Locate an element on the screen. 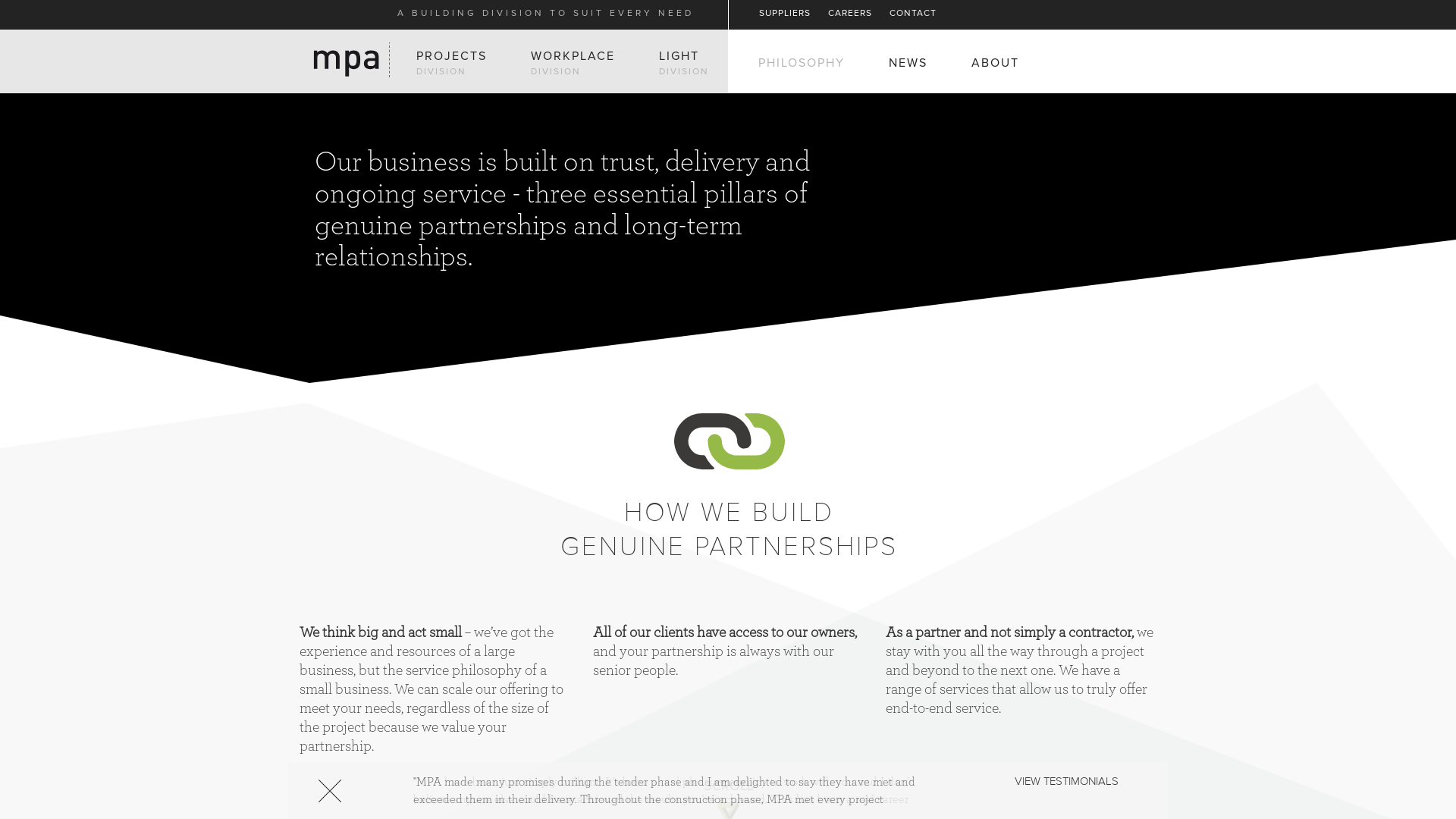 This screenshot has width=1456, height=819. 'LIGHT is located at coordinates (683, 62).